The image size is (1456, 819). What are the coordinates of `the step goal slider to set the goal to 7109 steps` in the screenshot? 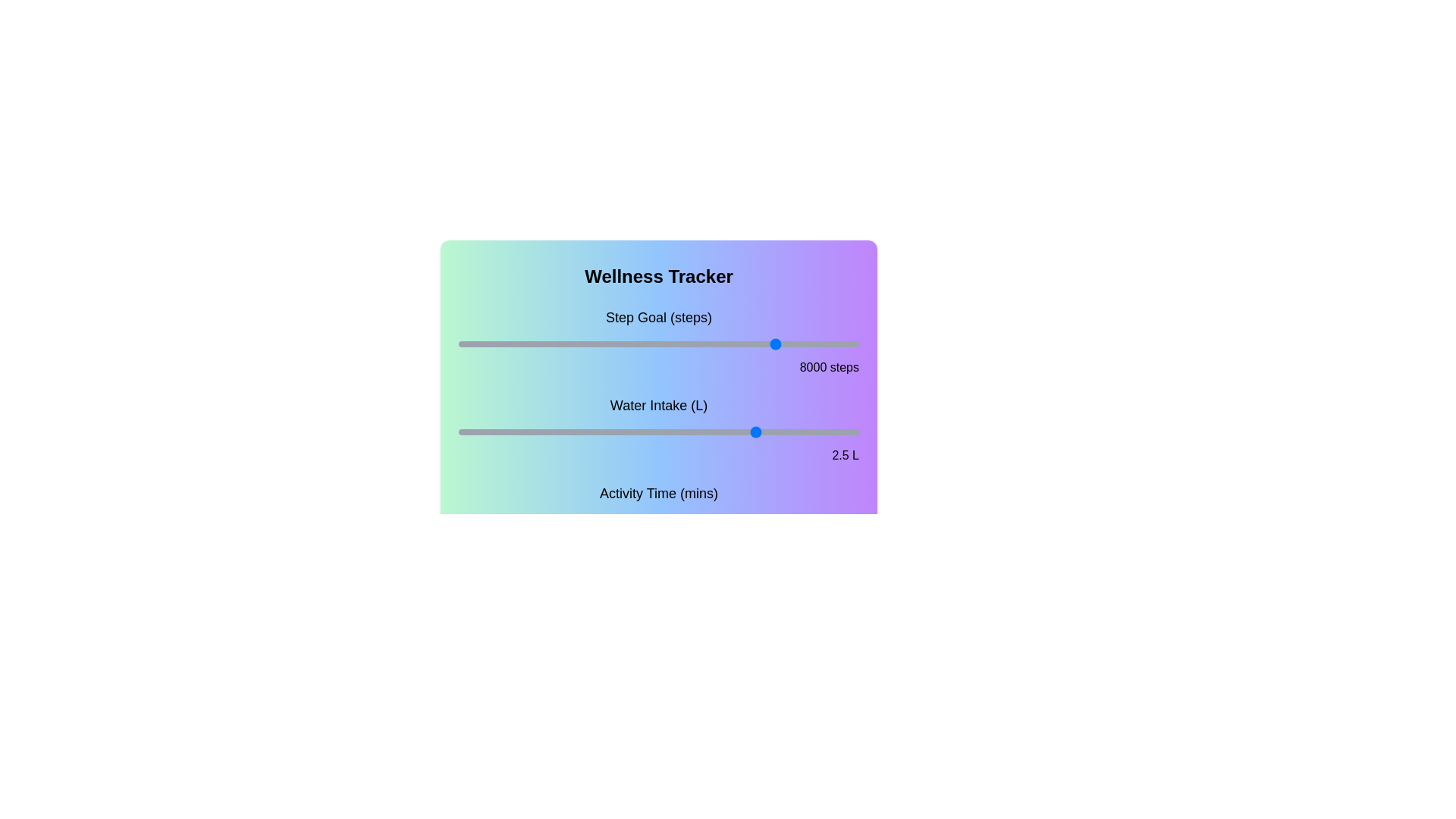 It's located at (743, 344).